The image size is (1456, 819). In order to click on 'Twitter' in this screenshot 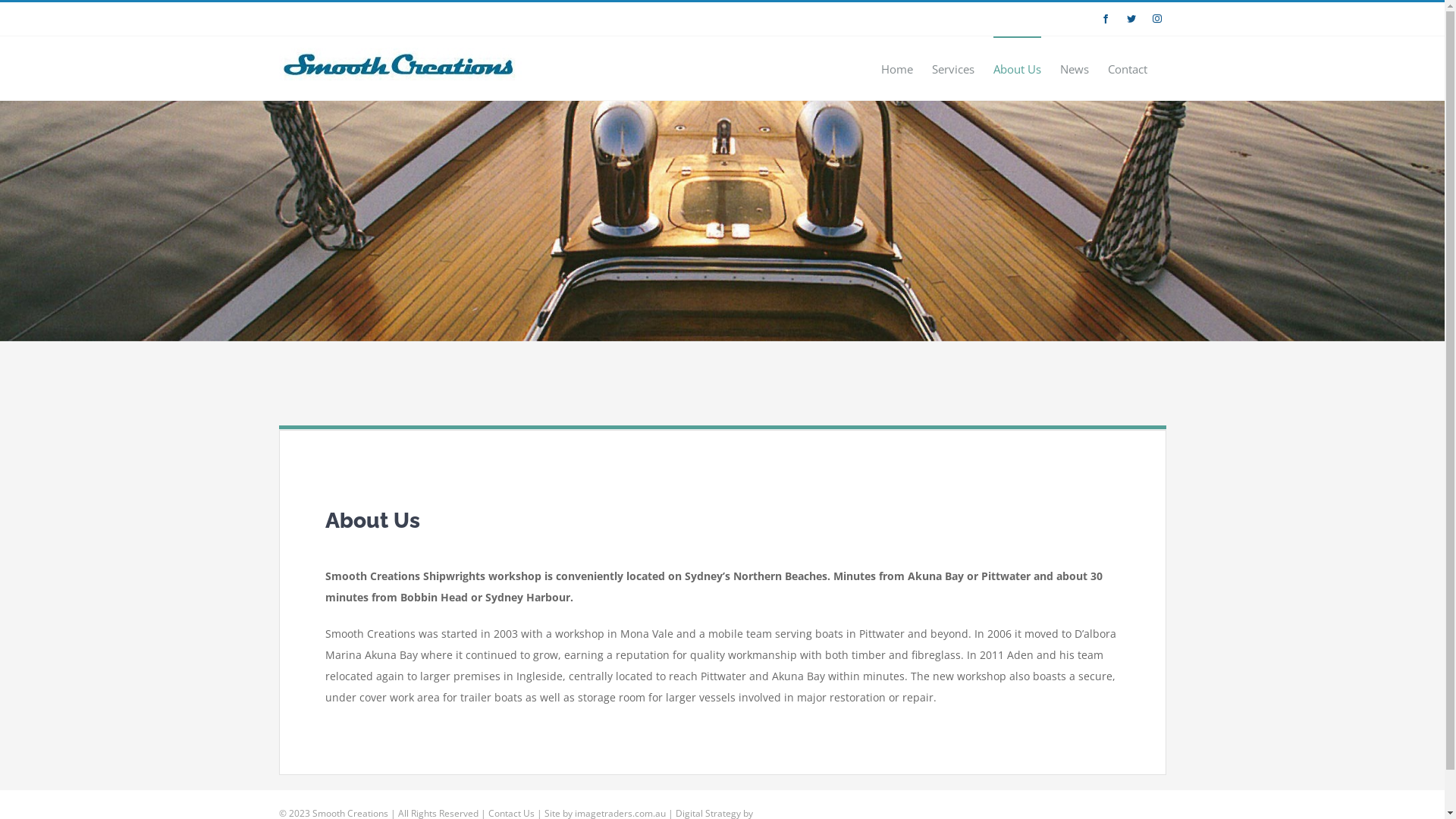, I will do `click(1131, 18)`.